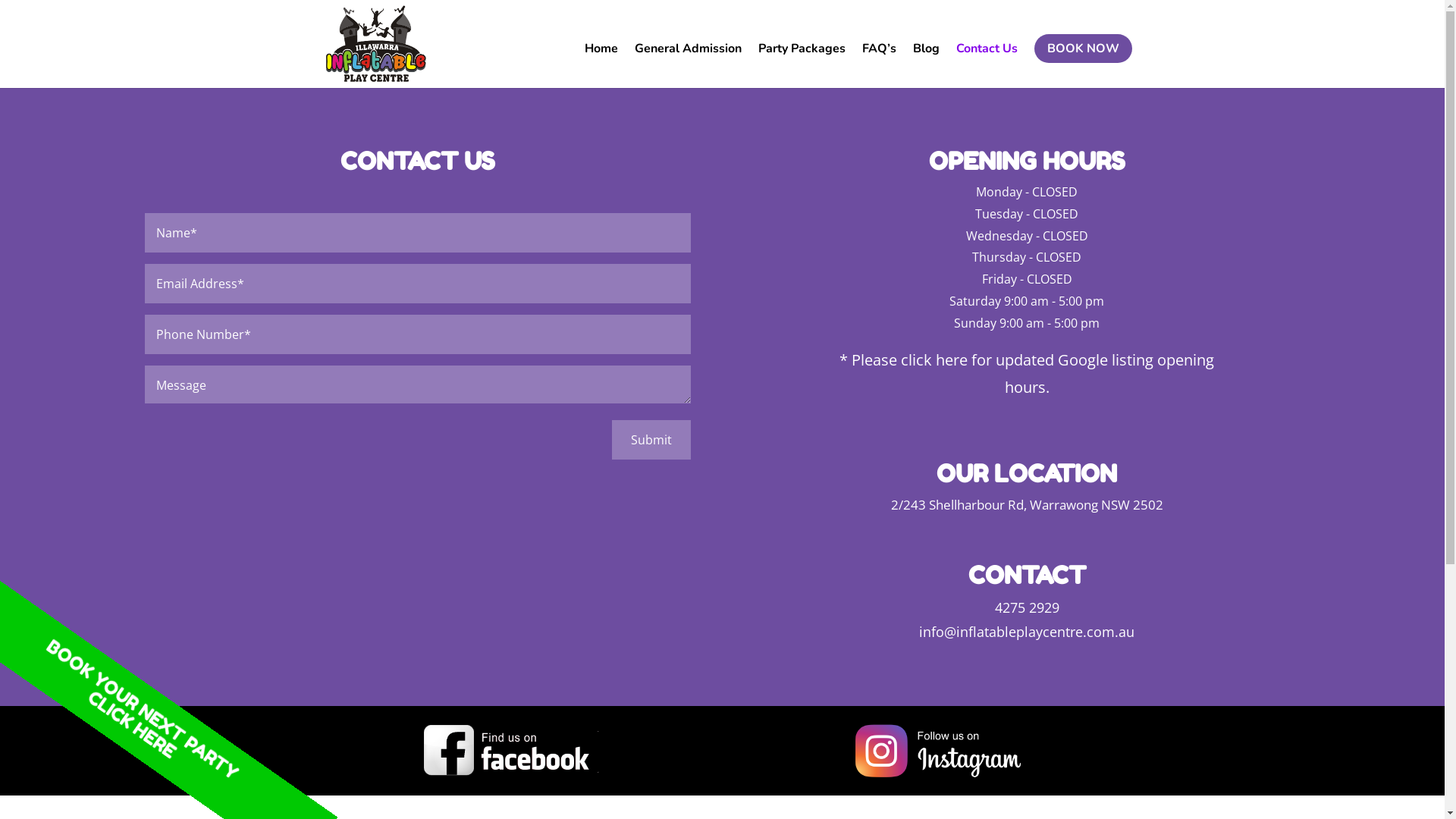 The image size is (1456, 819). Describe the element at coordinates (651, 439) in the screenshot. I see `'Submit'` at that location.